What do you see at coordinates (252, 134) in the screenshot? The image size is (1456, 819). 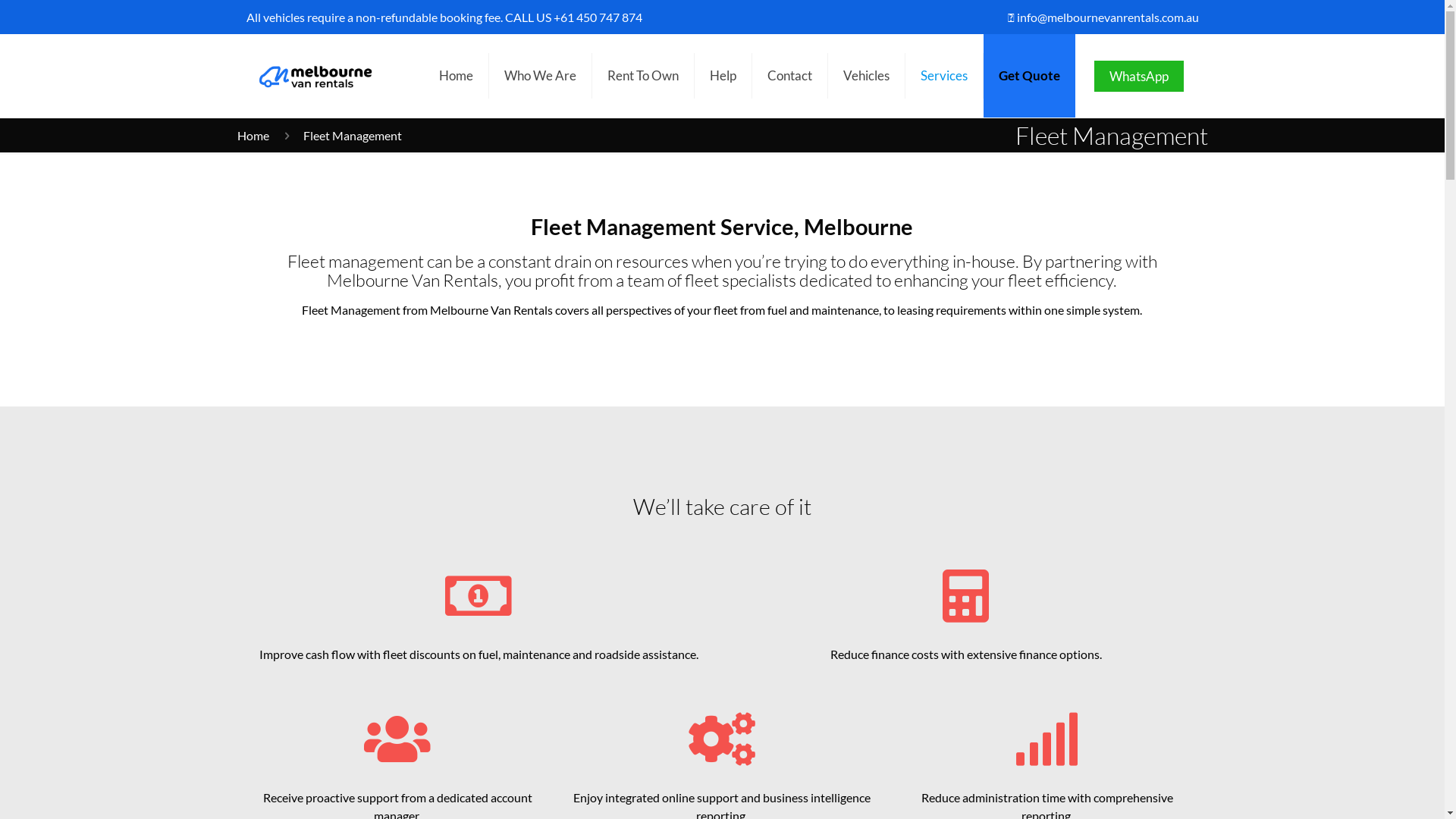 I see `'Home'` at bounding box center [252, 134].